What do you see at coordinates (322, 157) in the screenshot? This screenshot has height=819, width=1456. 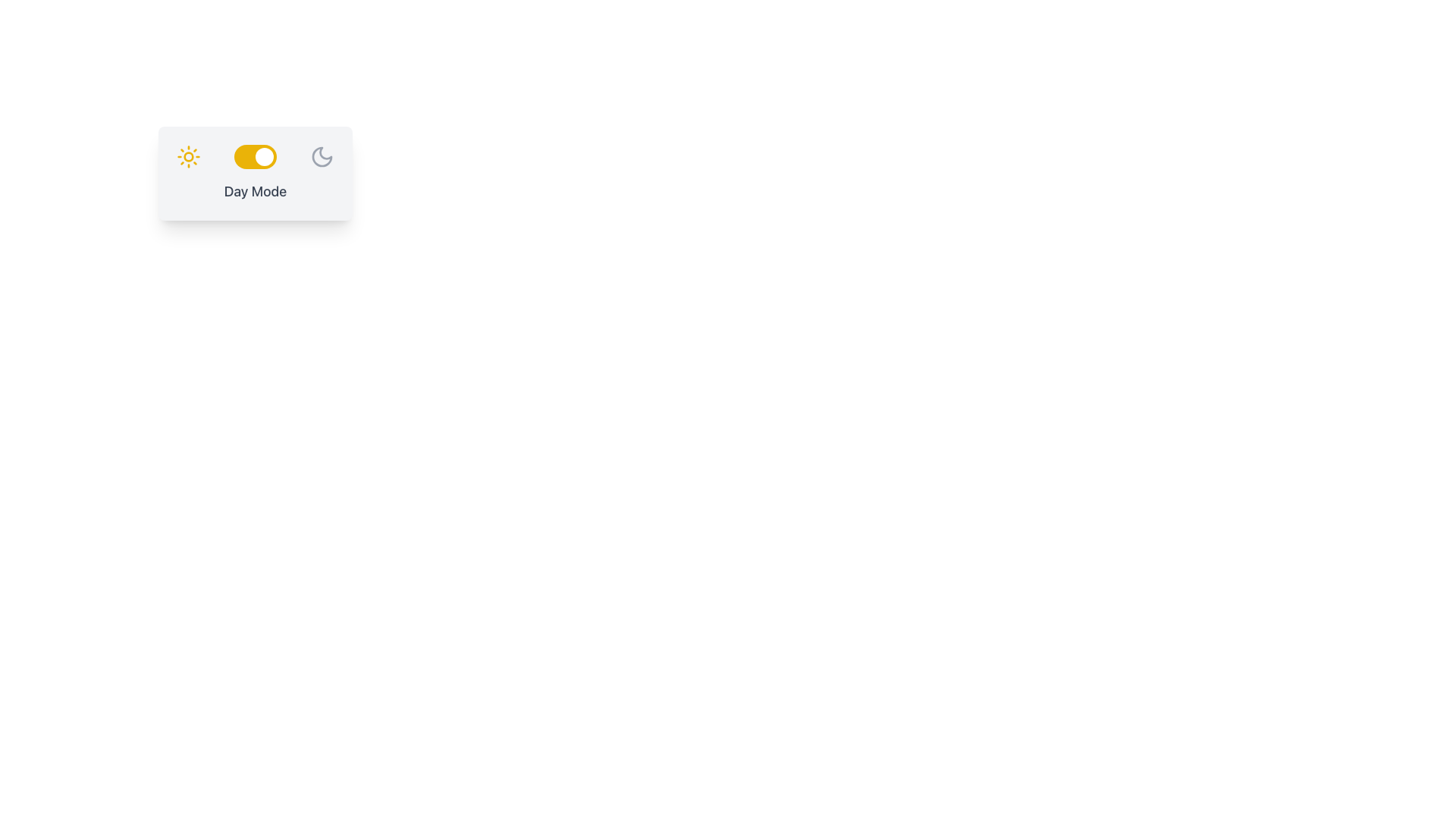 I see `the nighttime icon located on the far right of a horizontally aligned group of three elements, which includes a sun icon on the left and a toggle switch in the middle` at bounding box center [322, 157].